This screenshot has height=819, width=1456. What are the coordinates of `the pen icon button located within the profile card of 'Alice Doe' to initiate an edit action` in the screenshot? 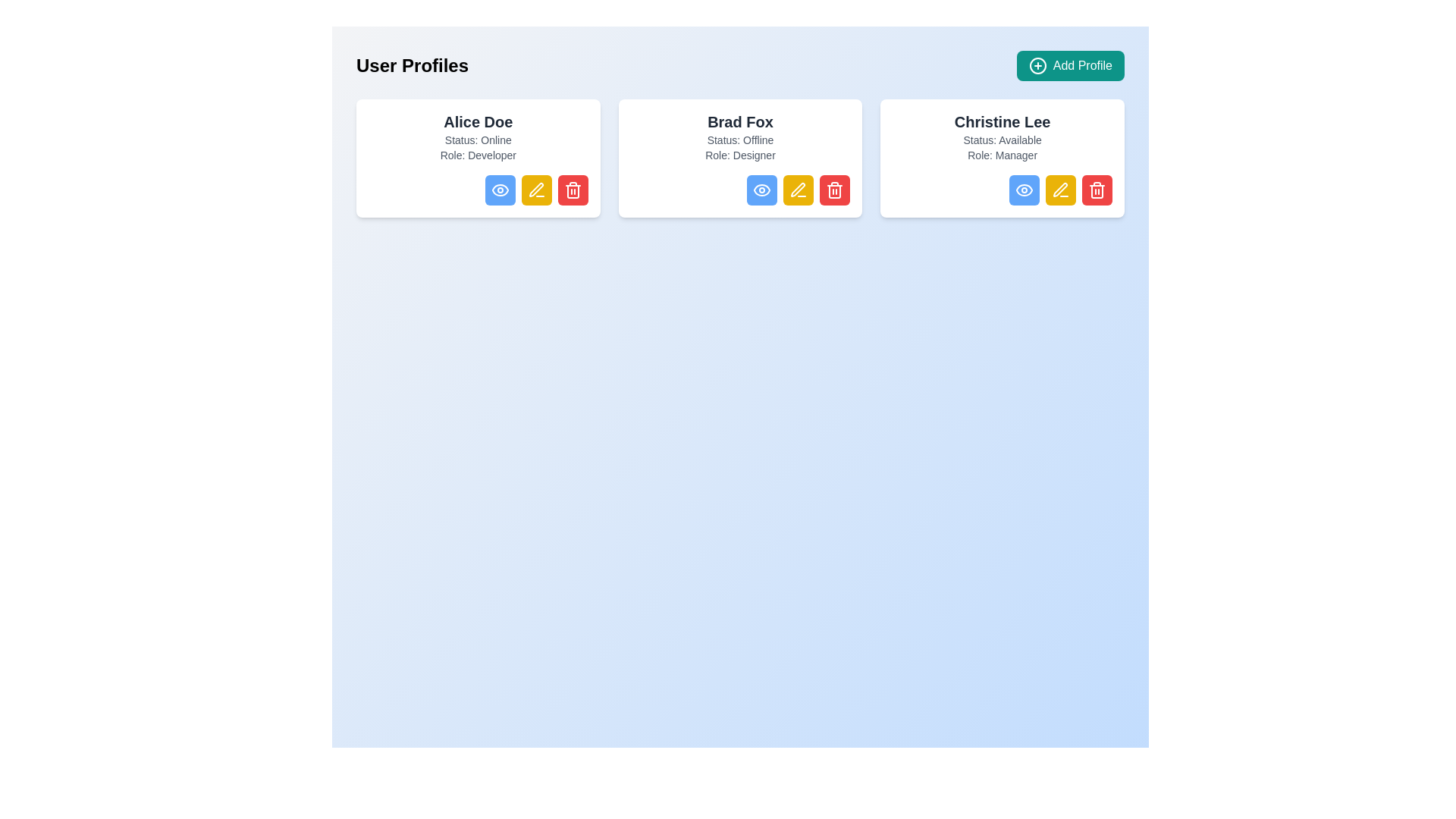 It's located at (535, 189).